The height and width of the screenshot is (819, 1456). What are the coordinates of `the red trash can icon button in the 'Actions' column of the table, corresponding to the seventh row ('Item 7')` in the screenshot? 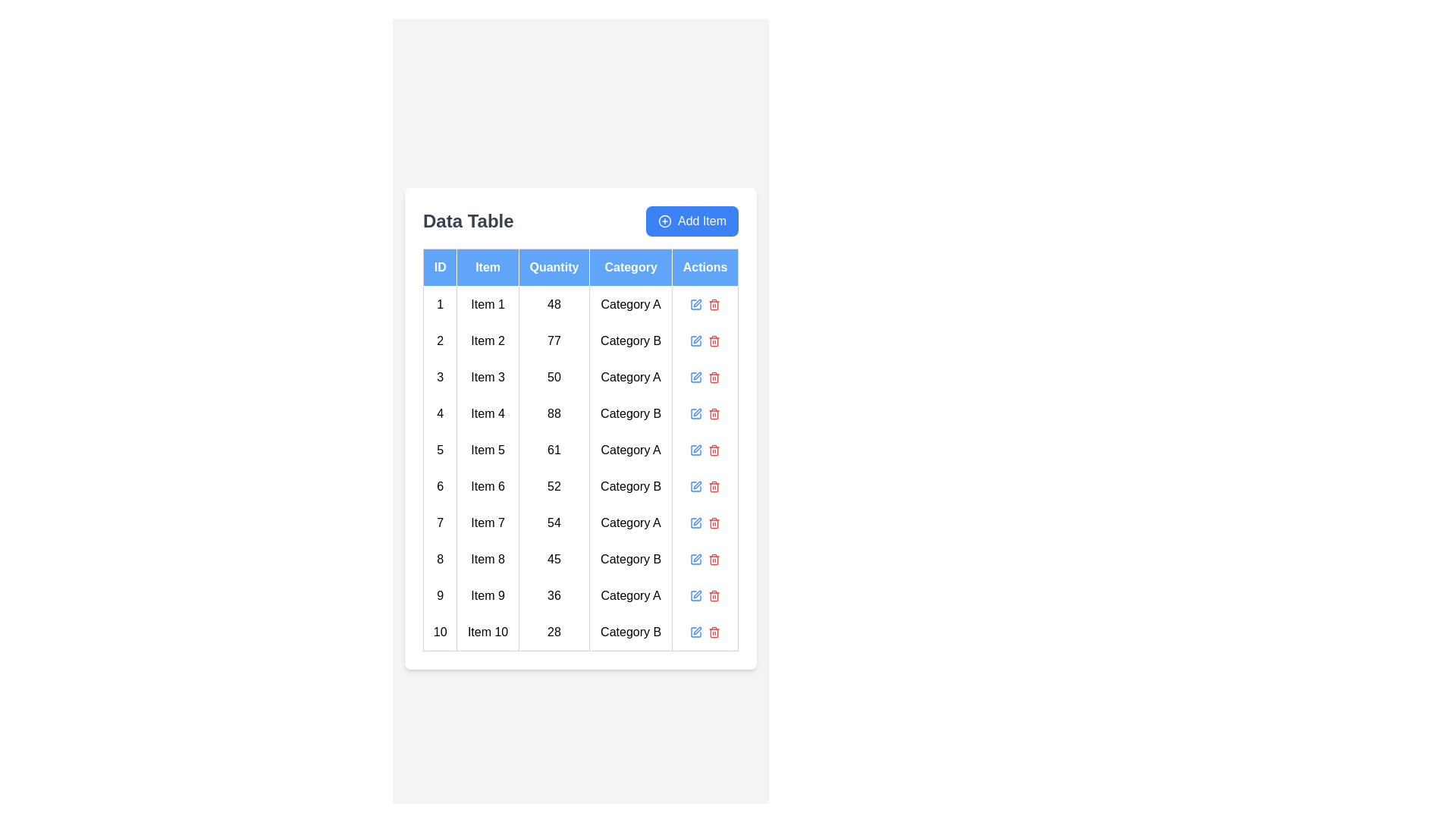 It's located at (714, 522).